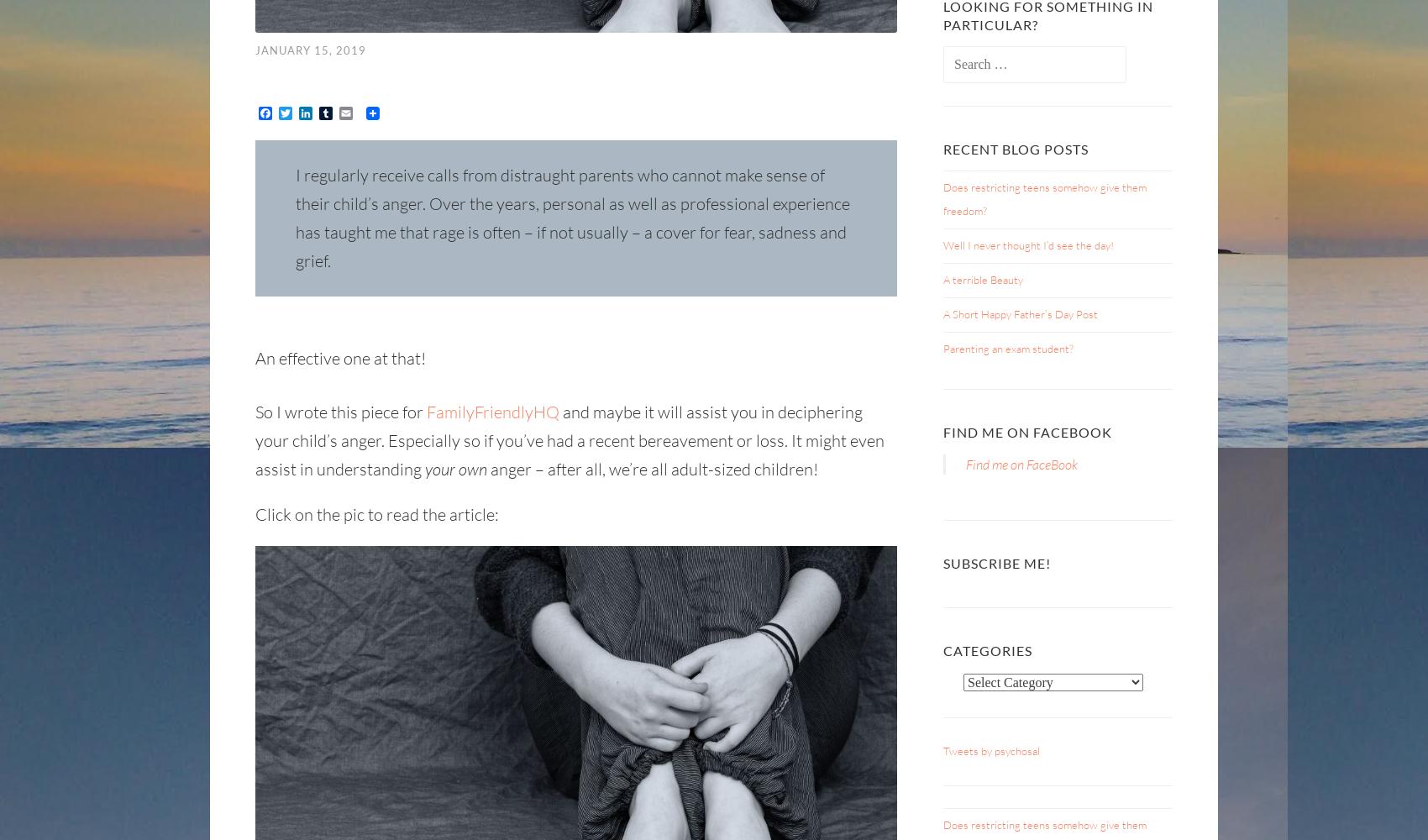 Image resolution: width=1428 pixels, height=840 pixels. Describe the element at coordinates (454, 468) in the screenshot. I see `'your own'` at that location.